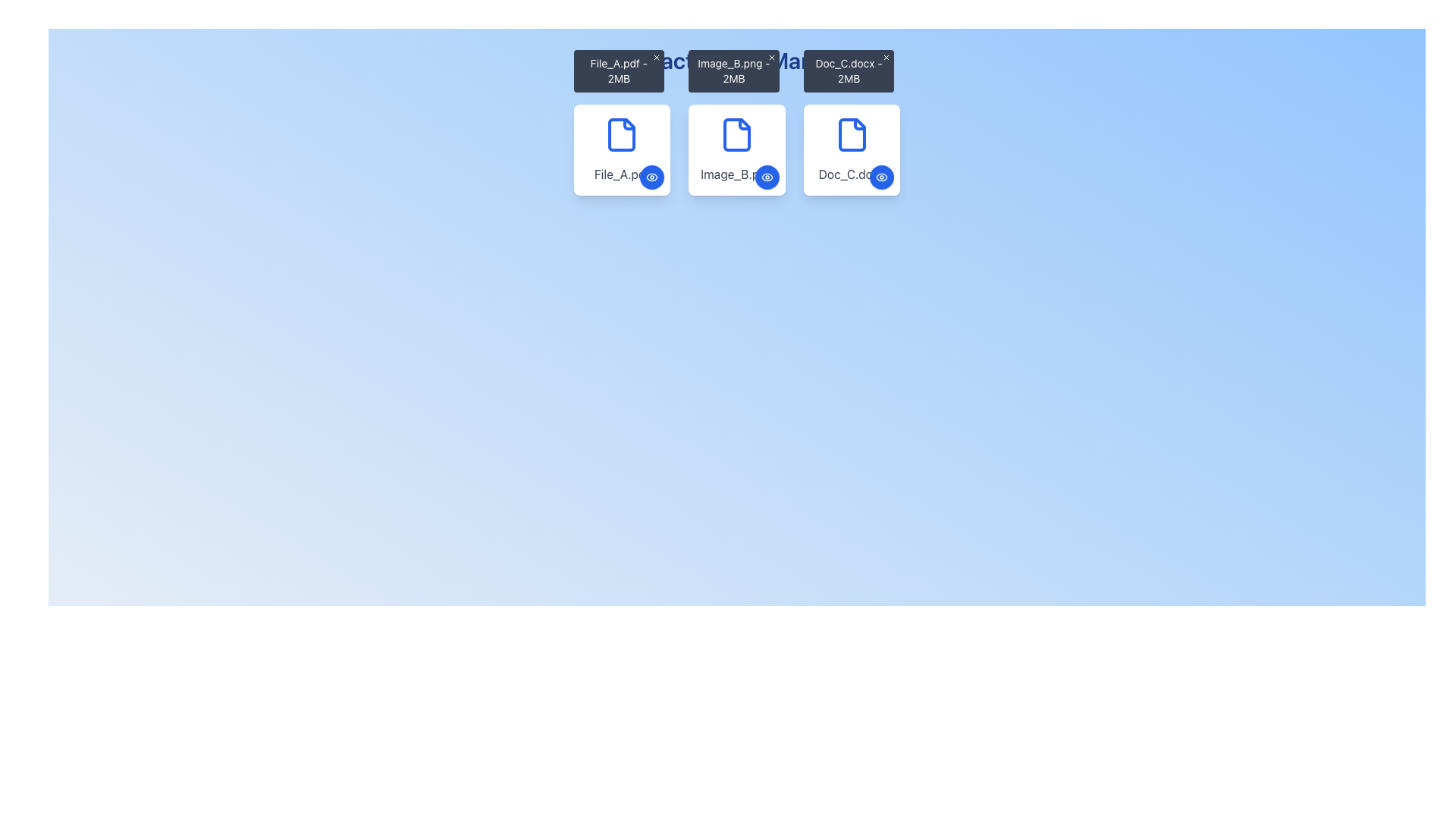  I want to click on the blue document icon with a folded top-right corner, which is located in the center of the card displaying 'Doc_C.docx', so click(852, 133).